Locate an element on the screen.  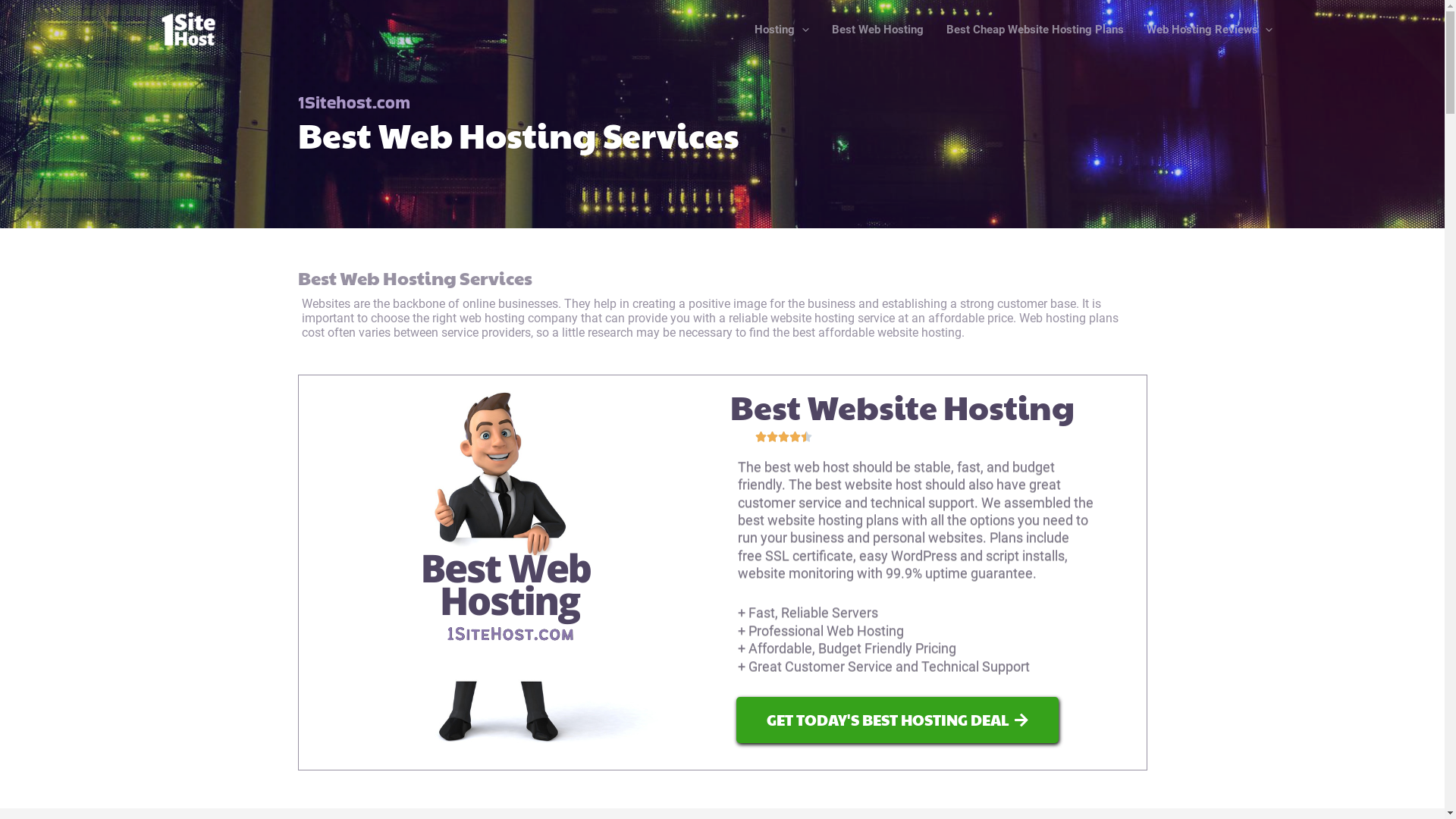
'GET TODAY'S BEST HOSTING DEAL' is located at coordinates (896, 719).